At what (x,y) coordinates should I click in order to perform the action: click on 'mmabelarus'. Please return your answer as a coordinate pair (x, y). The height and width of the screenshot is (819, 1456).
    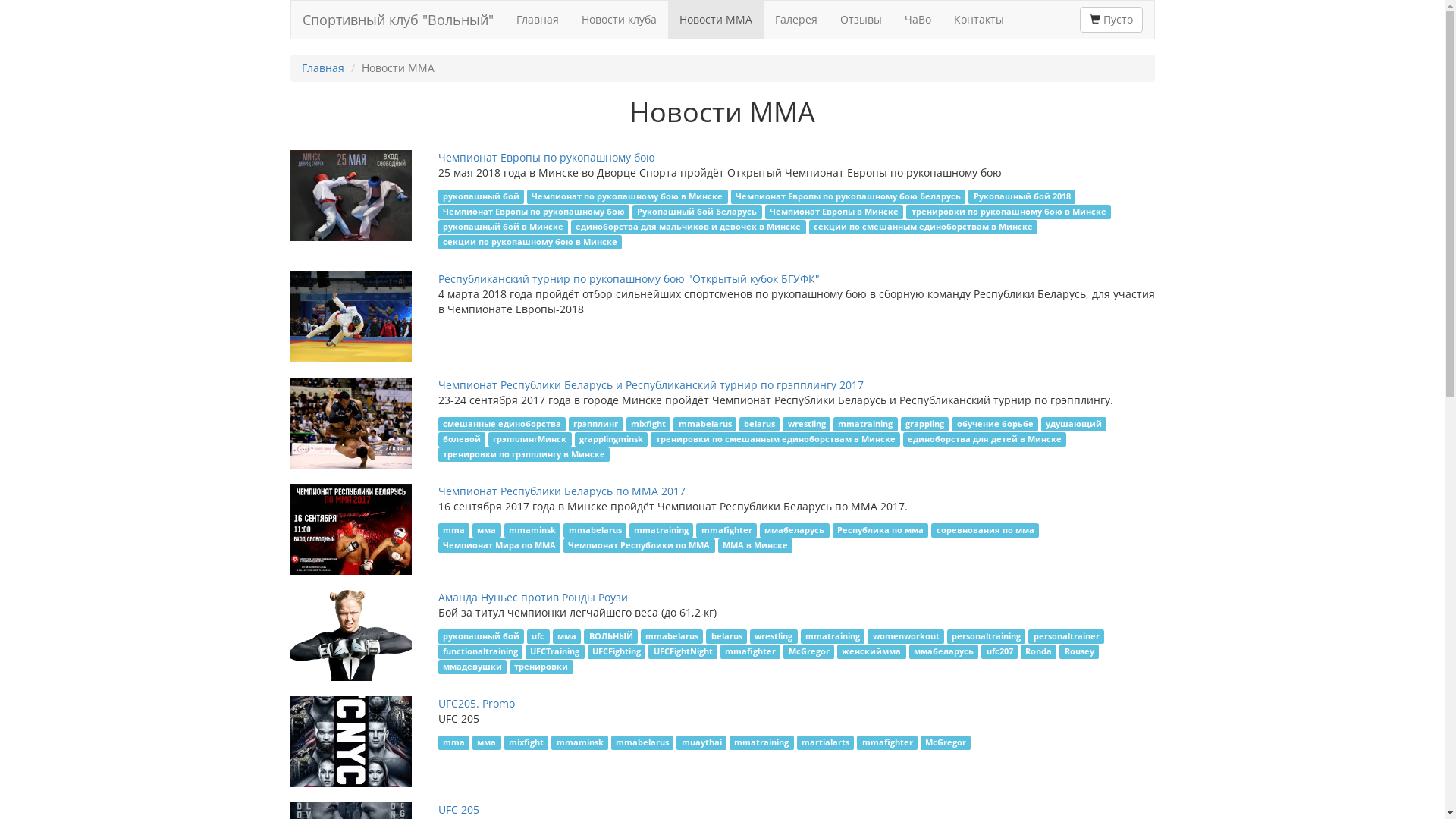
    Looking at the image, I should click on (673, 424).